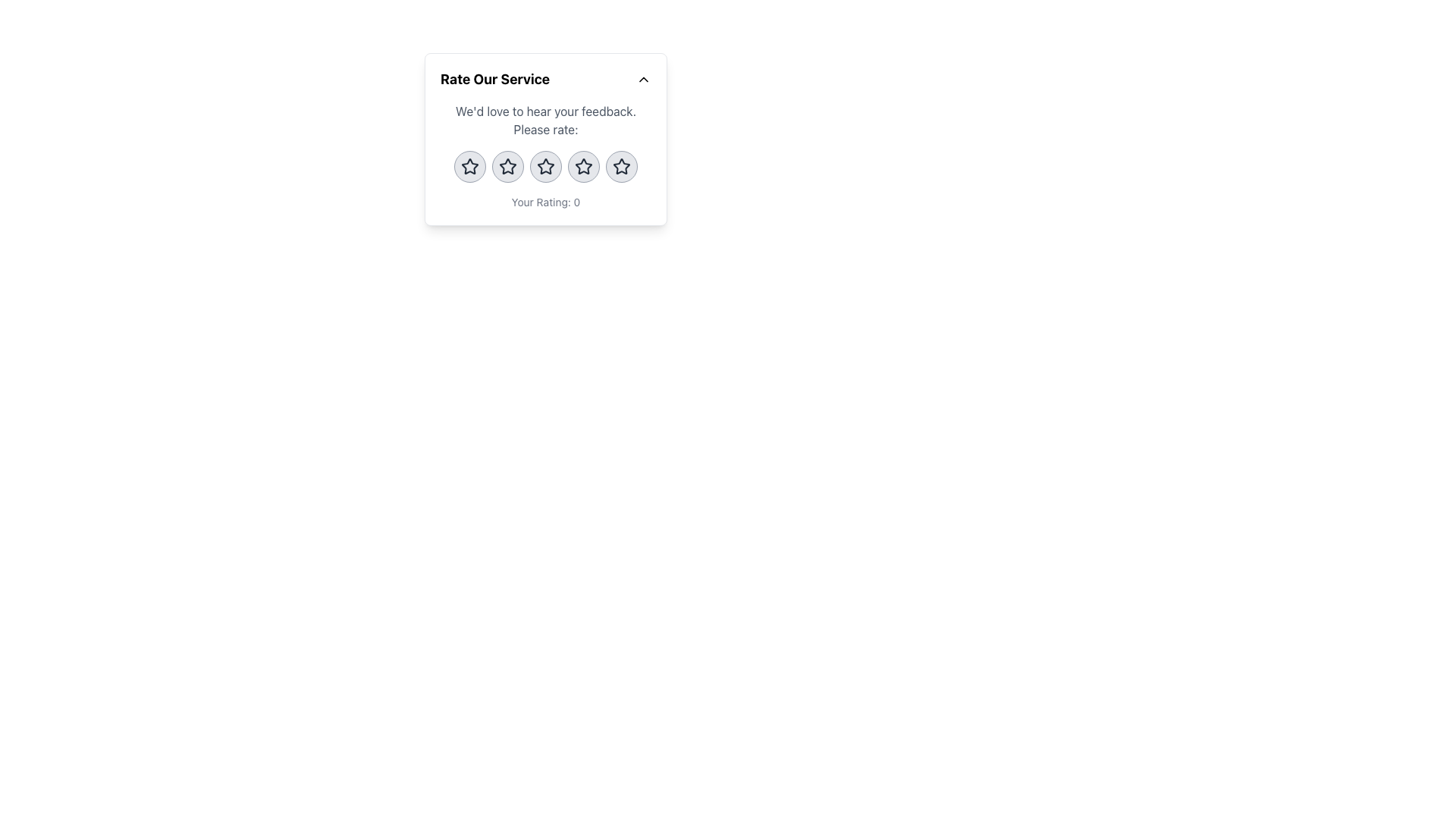  Describe the element at coordinates (469, 166) in the screenshot. I see `the first star button in the 5-star rating system` at that location.